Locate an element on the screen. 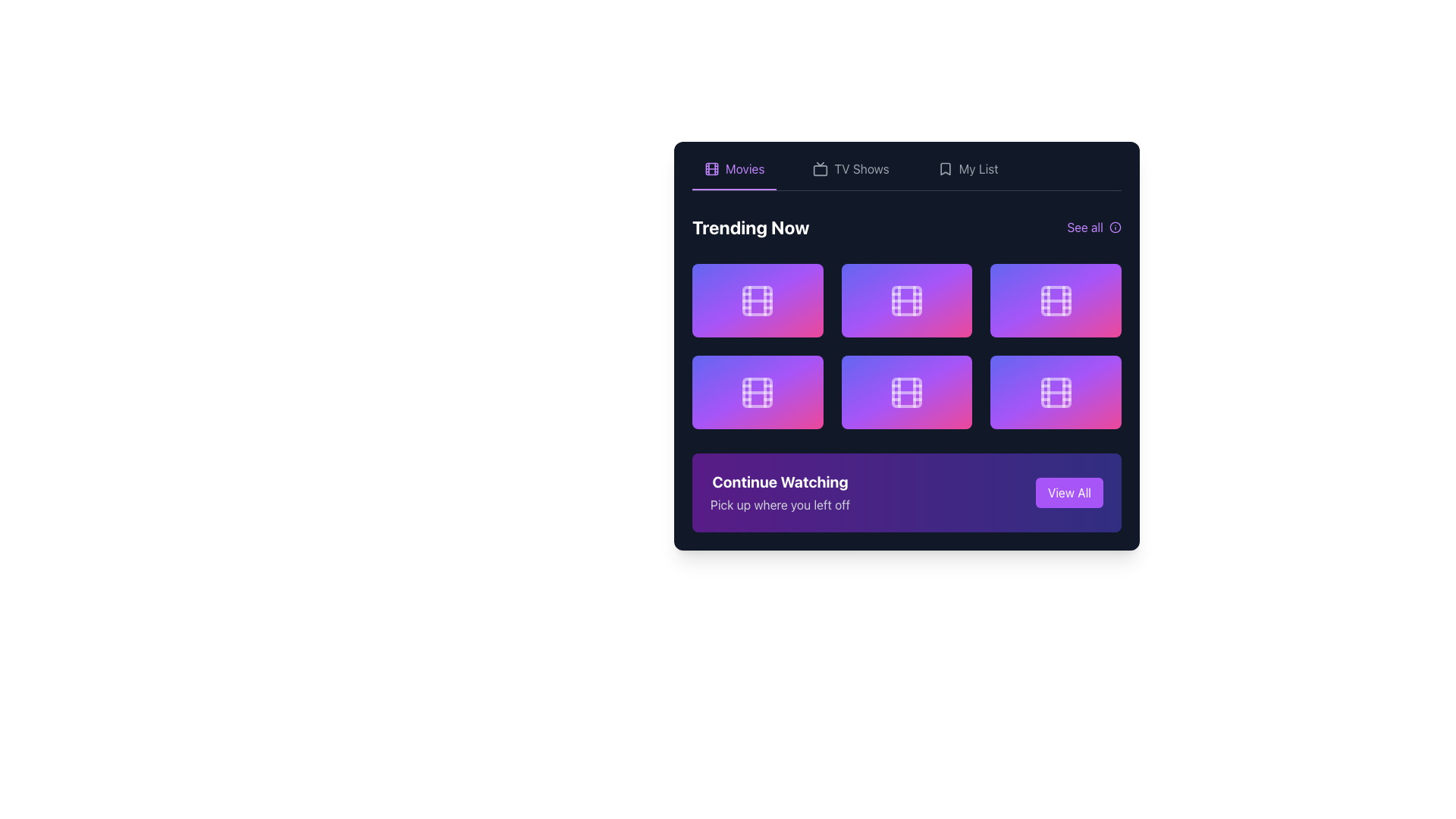  the film reel icon in the second row and first column under the 'Trending Now' section is located at coordinates (758, 391).